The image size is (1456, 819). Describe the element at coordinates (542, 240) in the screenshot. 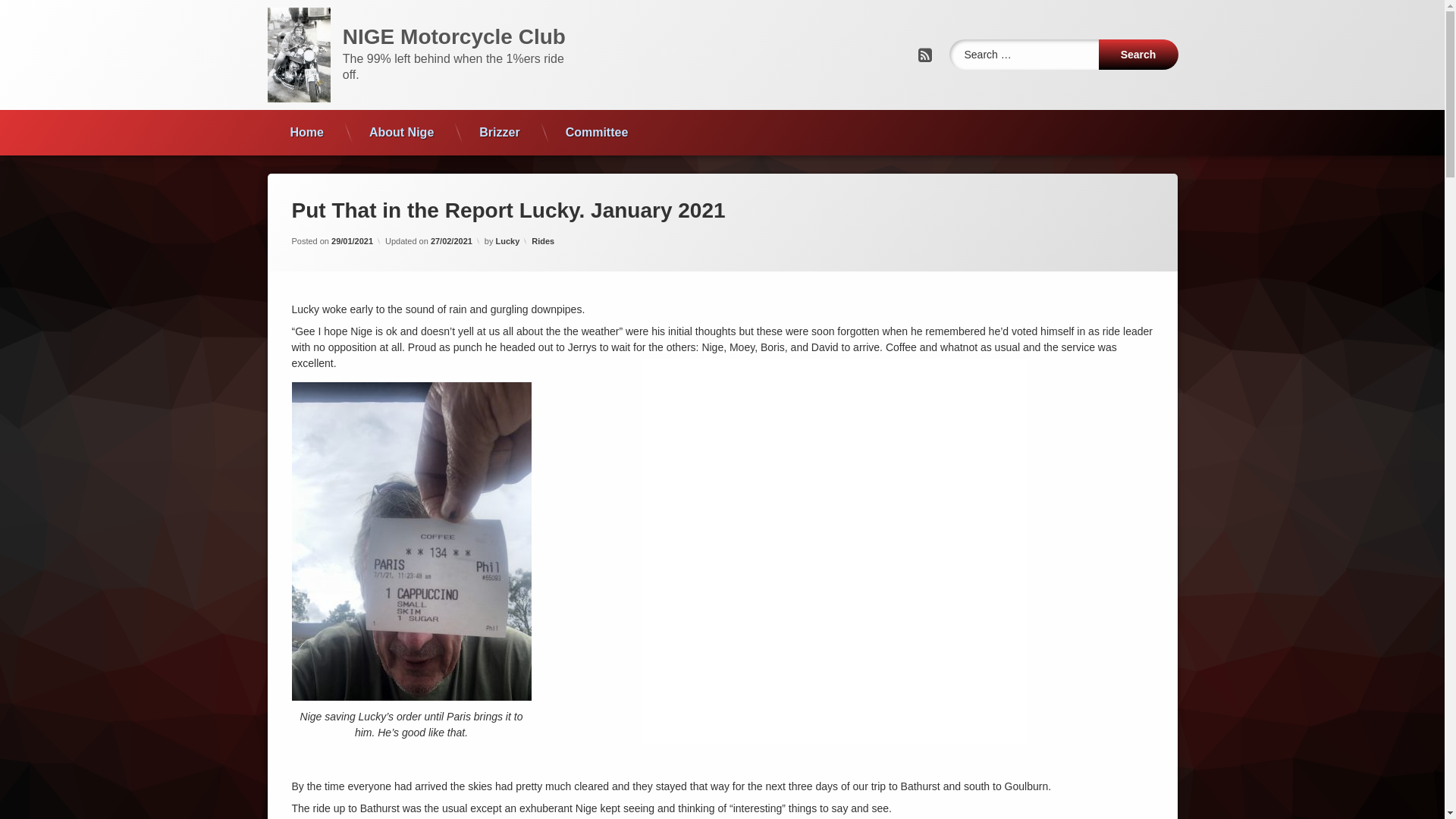

I see `'Rides'` at that location.